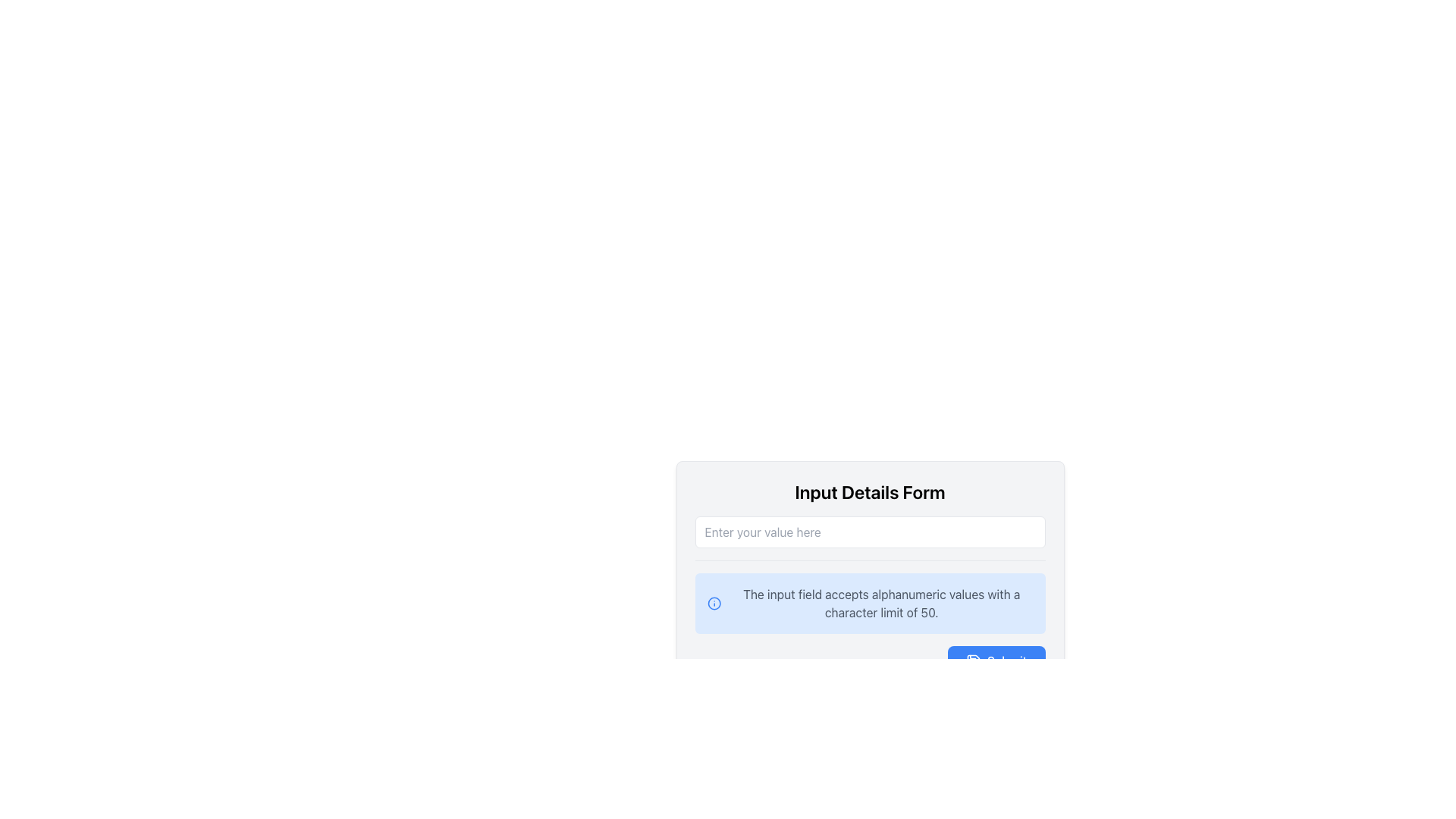 Image resolution: width=1456 pixels, height=819 pixels. Describe the element at coordinates (1007, 660) in the screenshot. I see `text label that signifies the action of submitting the form, located centrally within the button at the bottom right of the form interface` at that location.